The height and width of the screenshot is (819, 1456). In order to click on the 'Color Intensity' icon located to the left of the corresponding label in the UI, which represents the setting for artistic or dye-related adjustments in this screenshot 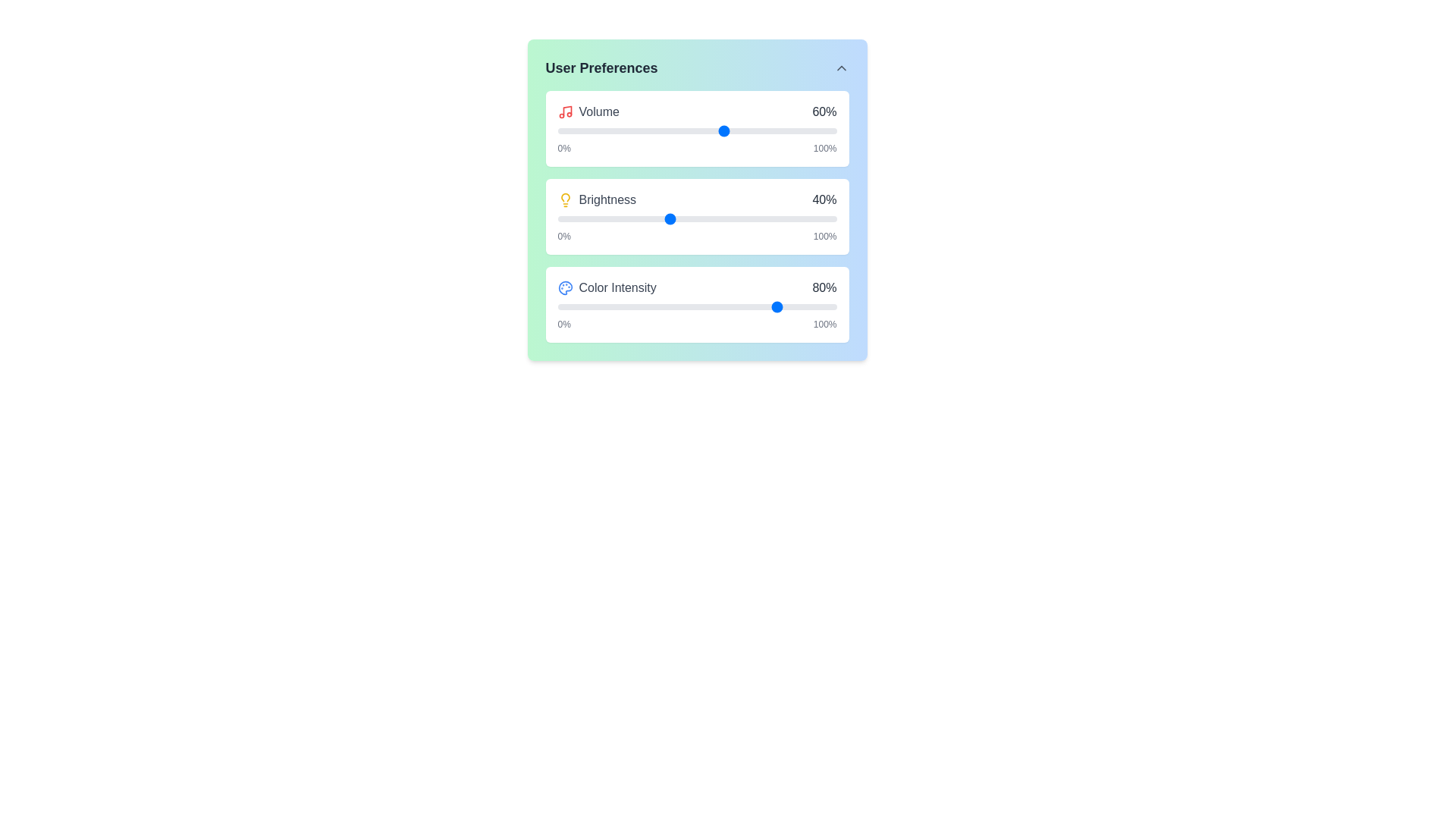, I will do `click(564, 288)`.